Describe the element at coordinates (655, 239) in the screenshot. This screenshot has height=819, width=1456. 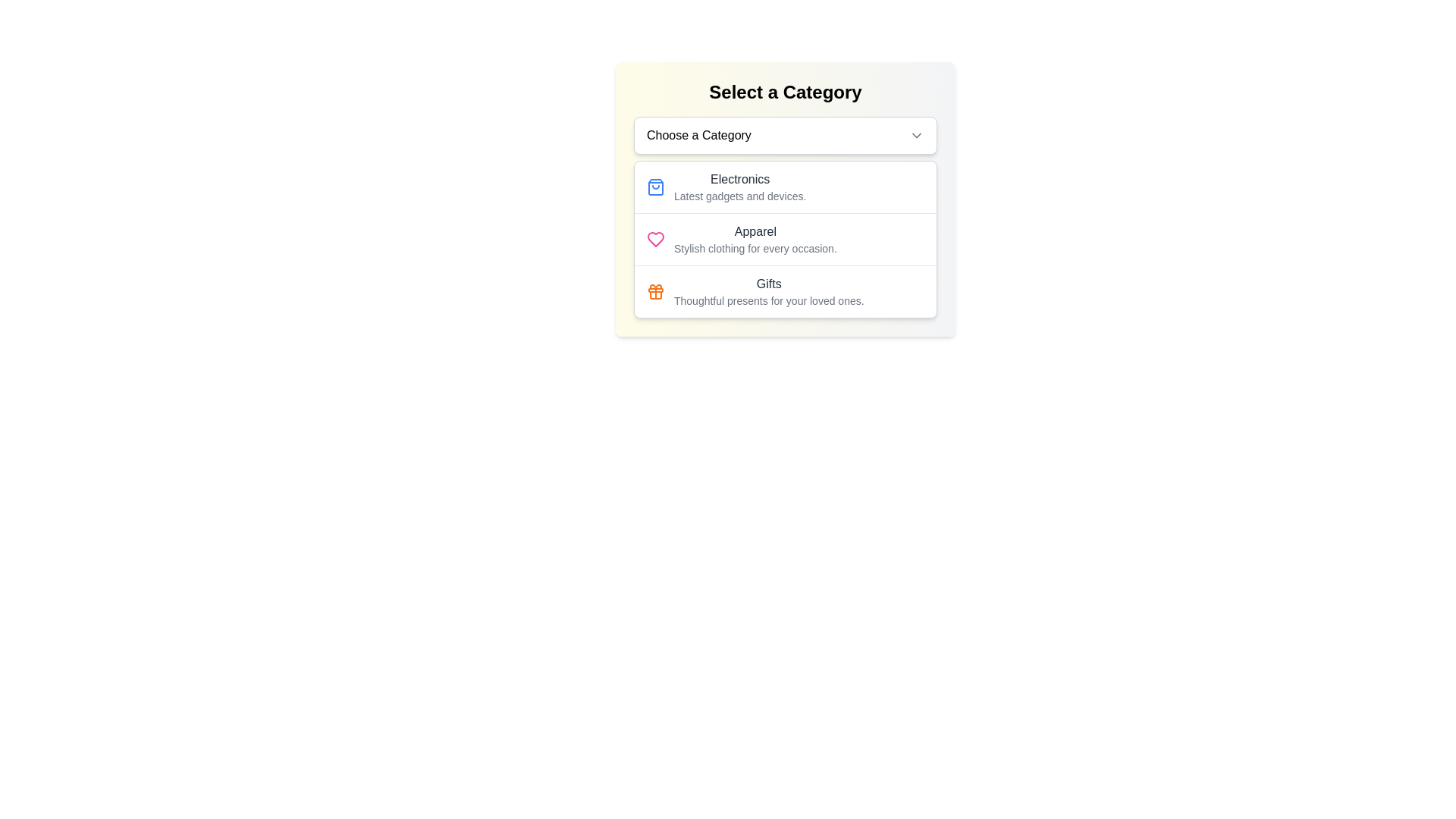
I see `the heart icon with a pink stroke color located in the 'Apparel' category row, positioned to the left of the text label` at that location.